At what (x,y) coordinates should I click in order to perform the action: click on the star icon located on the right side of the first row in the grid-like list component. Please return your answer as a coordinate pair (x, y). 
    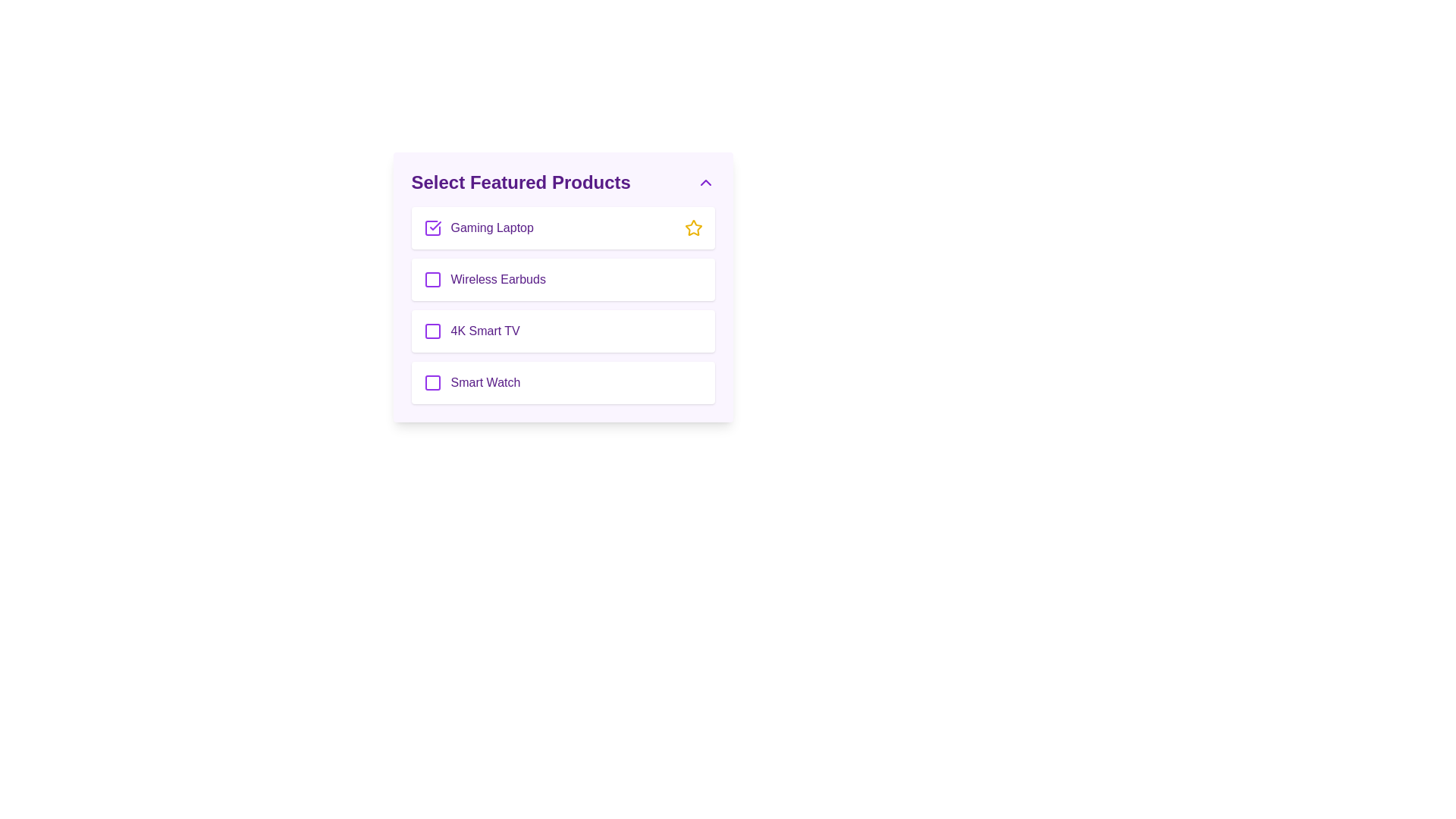
    Looking at the image, I should click on (692, 227).